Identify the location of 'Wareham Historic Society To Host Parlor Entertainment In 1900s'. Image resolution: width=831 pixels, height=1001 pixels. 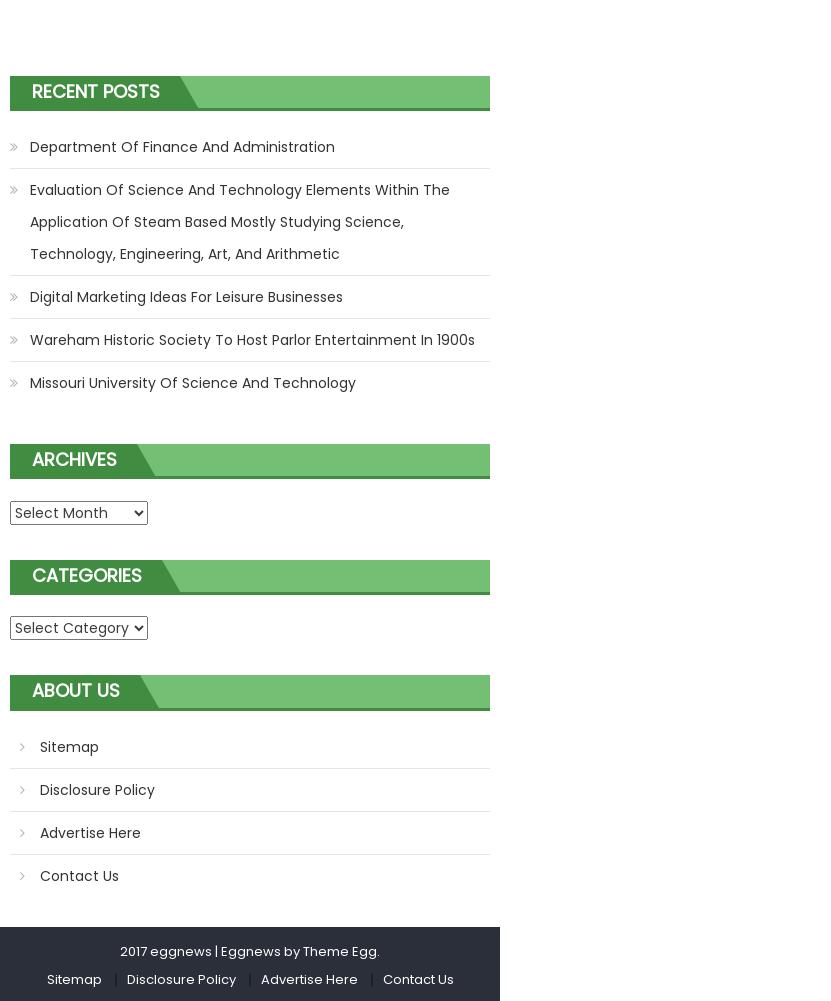
(29, 340).